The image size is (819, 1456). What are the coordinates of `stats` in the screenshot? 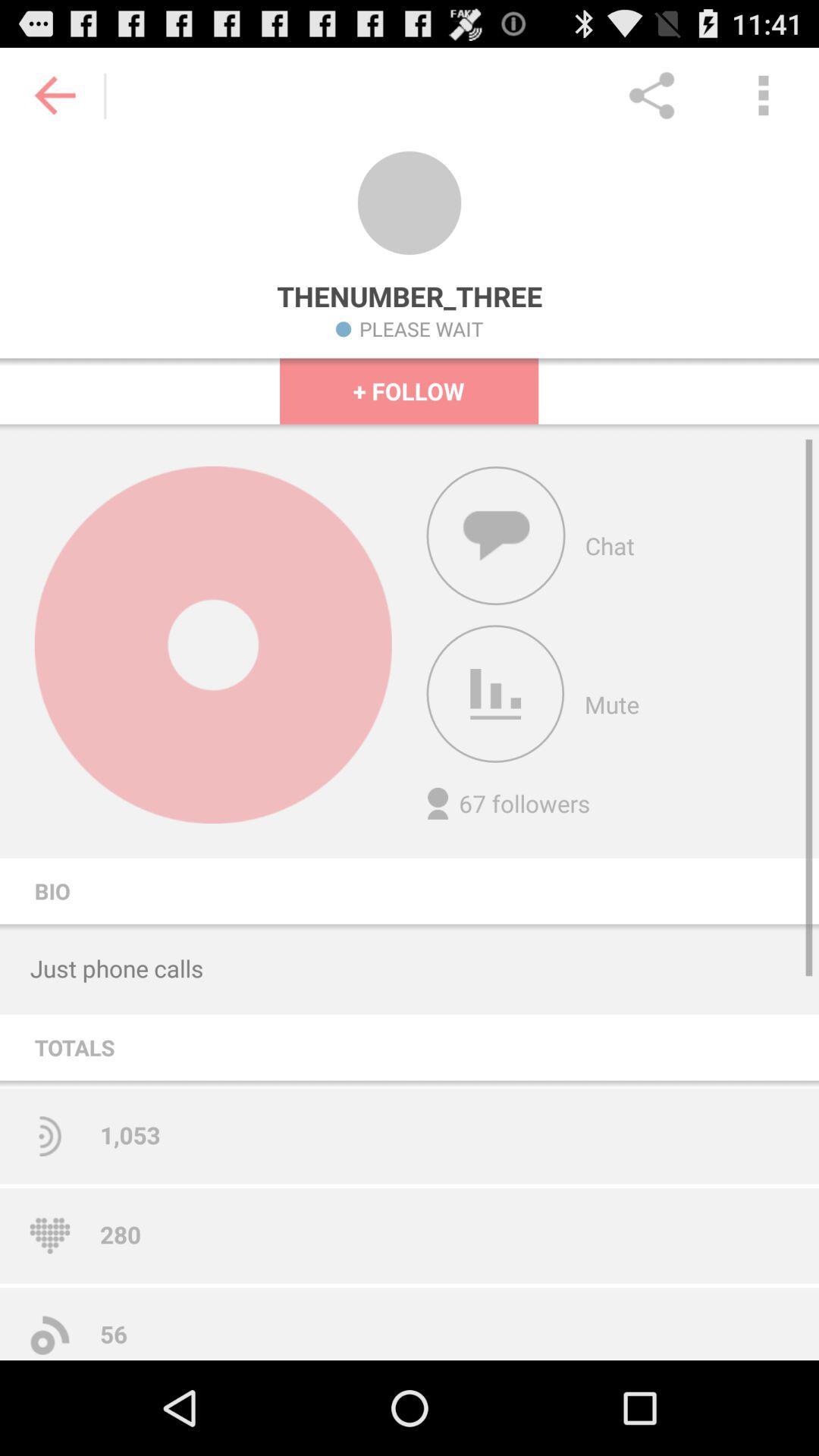 It's located at (495, 693).